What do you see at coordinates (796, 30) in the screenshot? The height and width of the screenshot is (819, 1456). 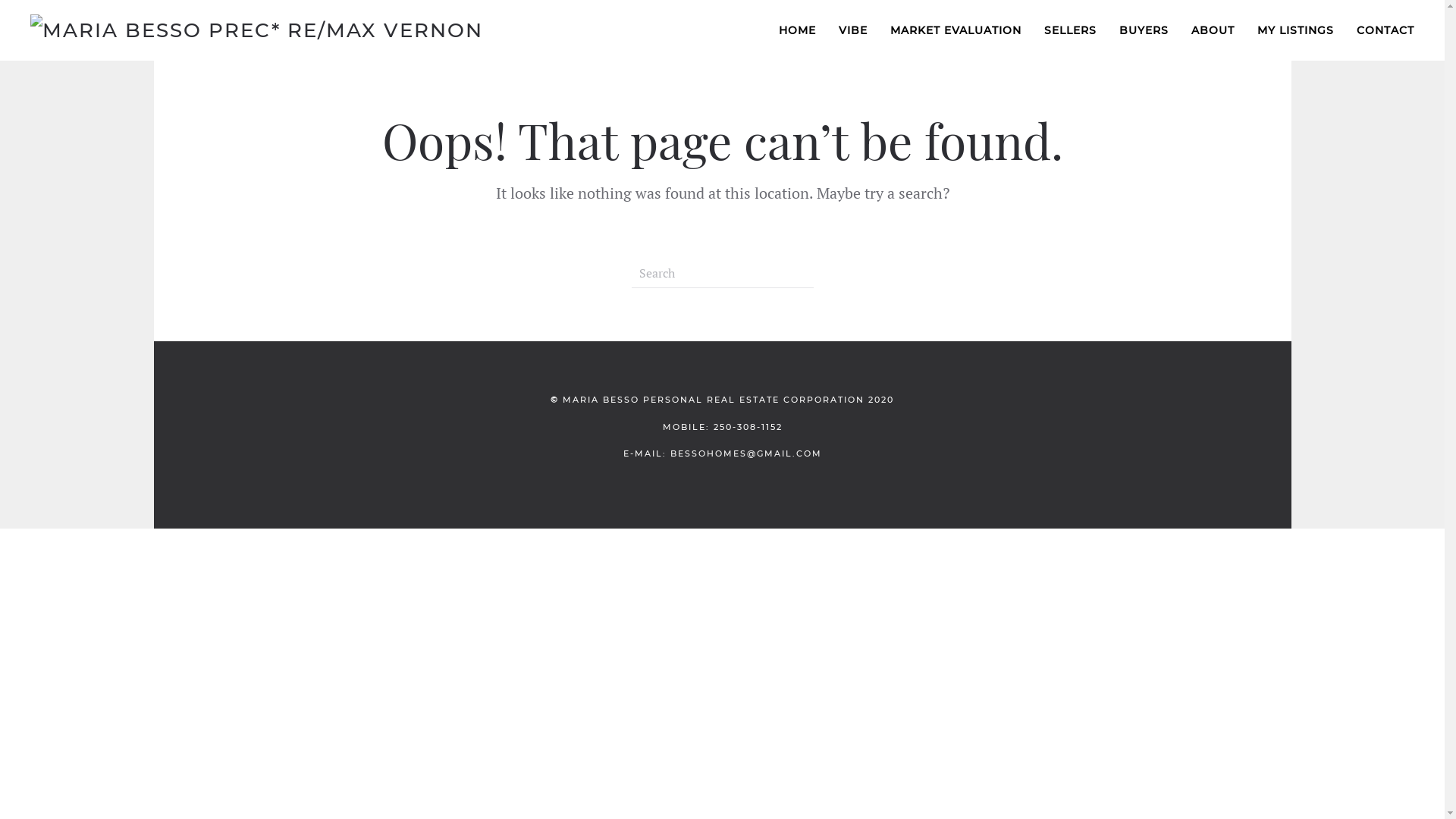 I see `'HOME'` at bounding box center [796, 30].